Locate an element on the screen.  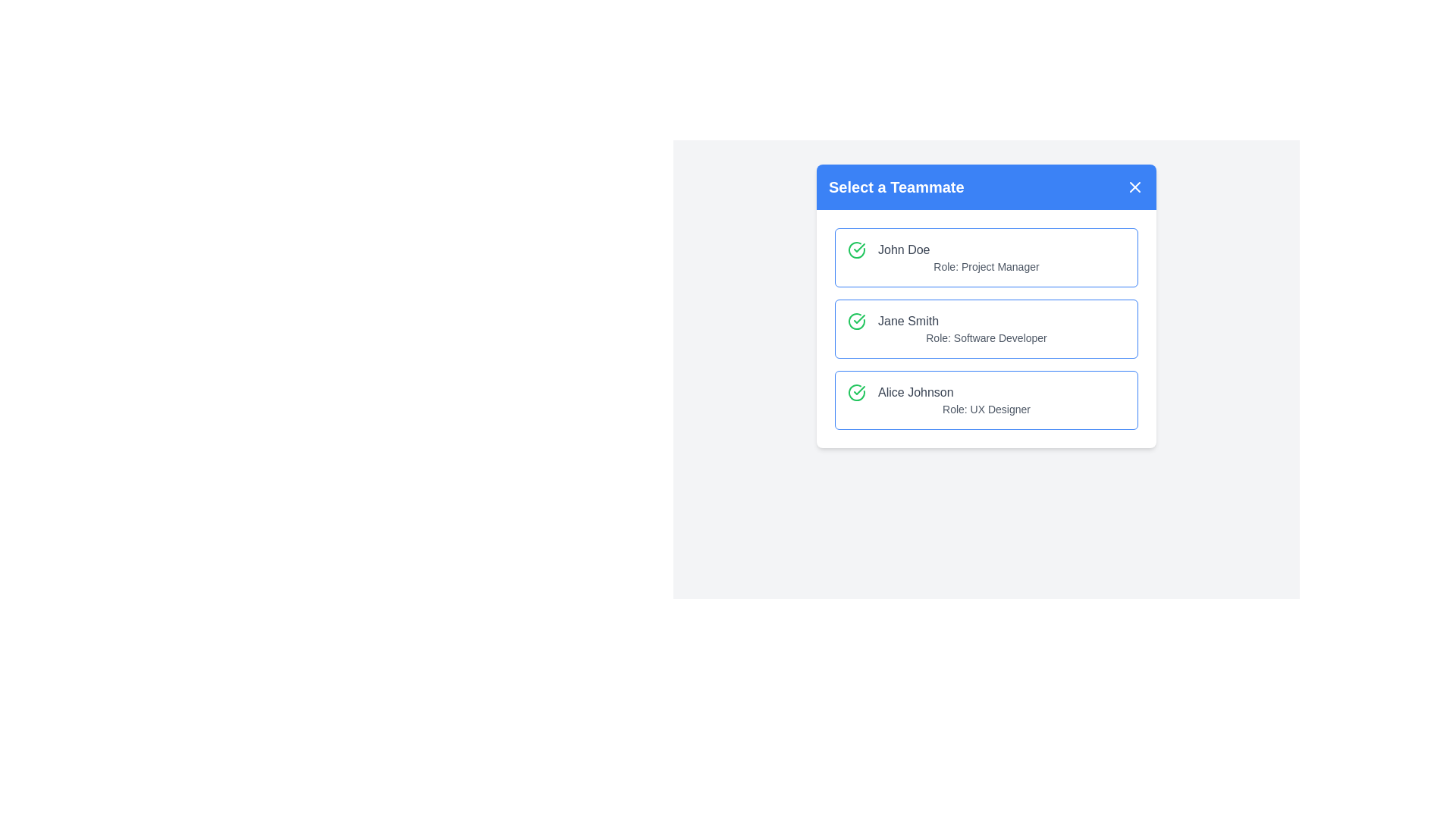
the row corresponding to Jane Smith to read their role information is located at coordinates (986, 328).